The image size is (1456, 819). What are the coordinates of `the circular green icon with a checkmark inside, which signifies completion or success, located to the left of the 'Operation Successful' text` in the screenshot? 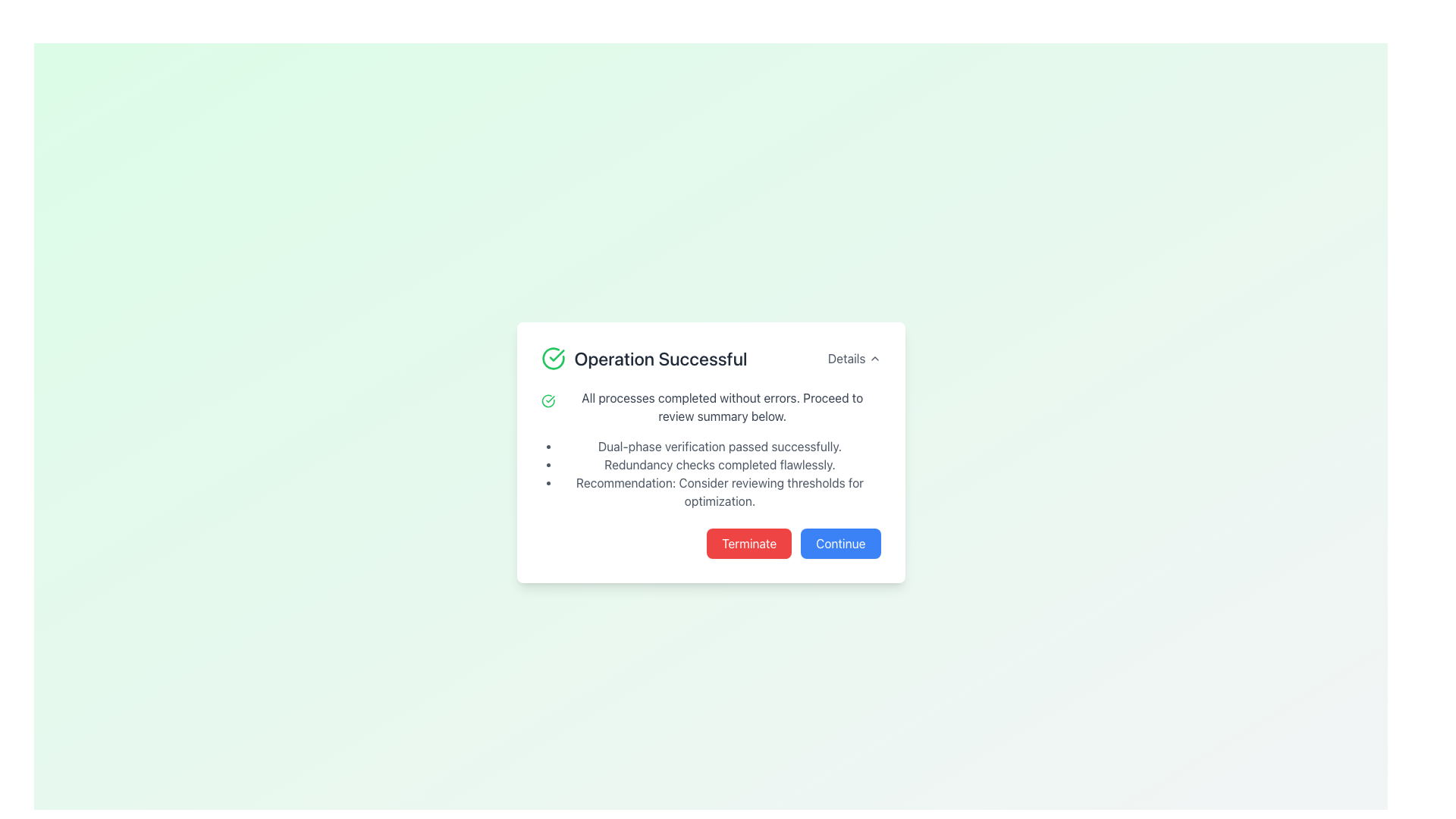 It's located at (547, 400).